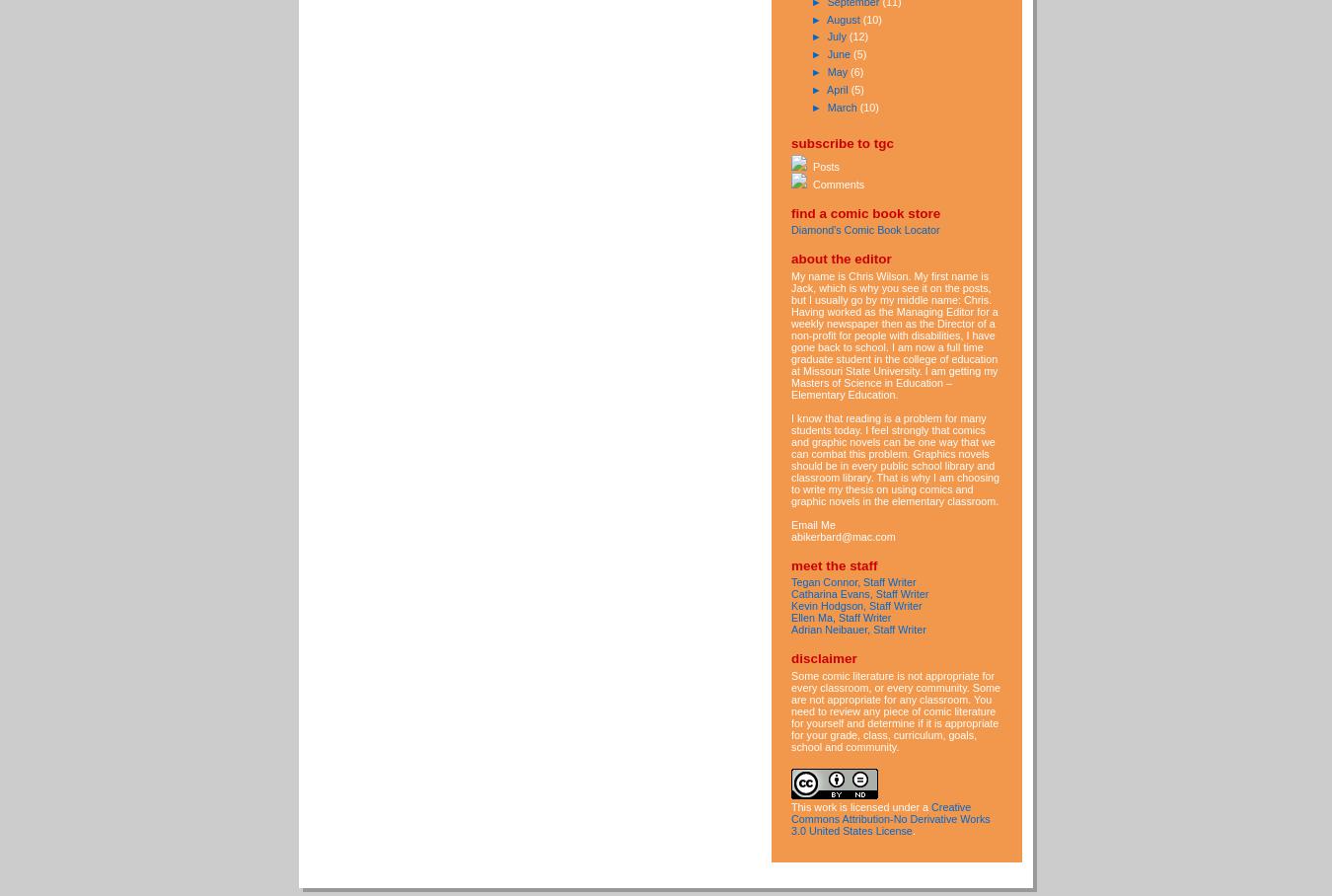 The height and width of the screenshot is (896, 1332). Describe the element at coordinates (912, 828) in the screenshot. I see `'.'` at that location.